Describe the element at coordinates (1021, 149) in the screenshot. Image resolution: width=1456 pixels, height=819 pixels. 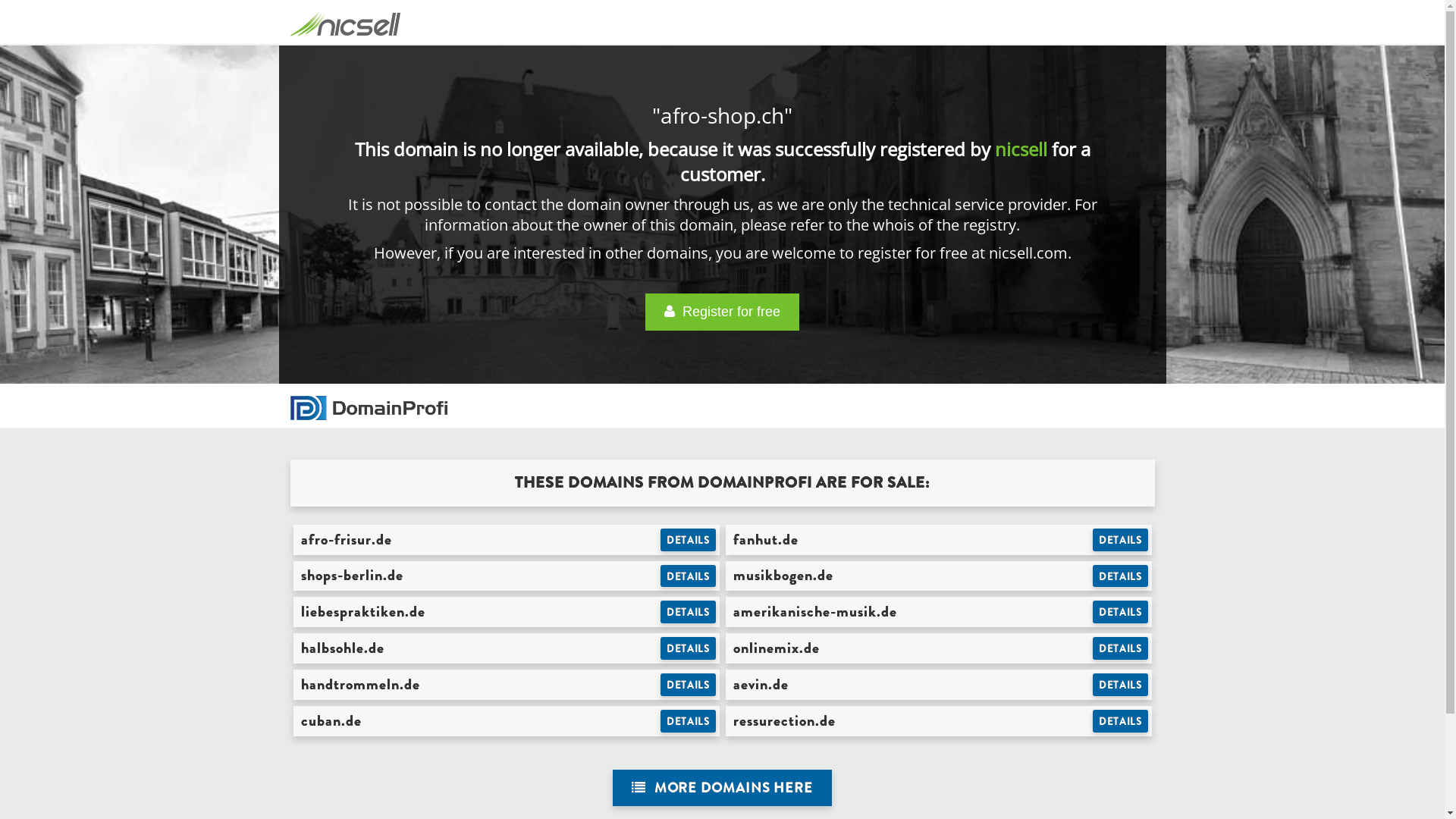
I see `'nicsell'` at that location.